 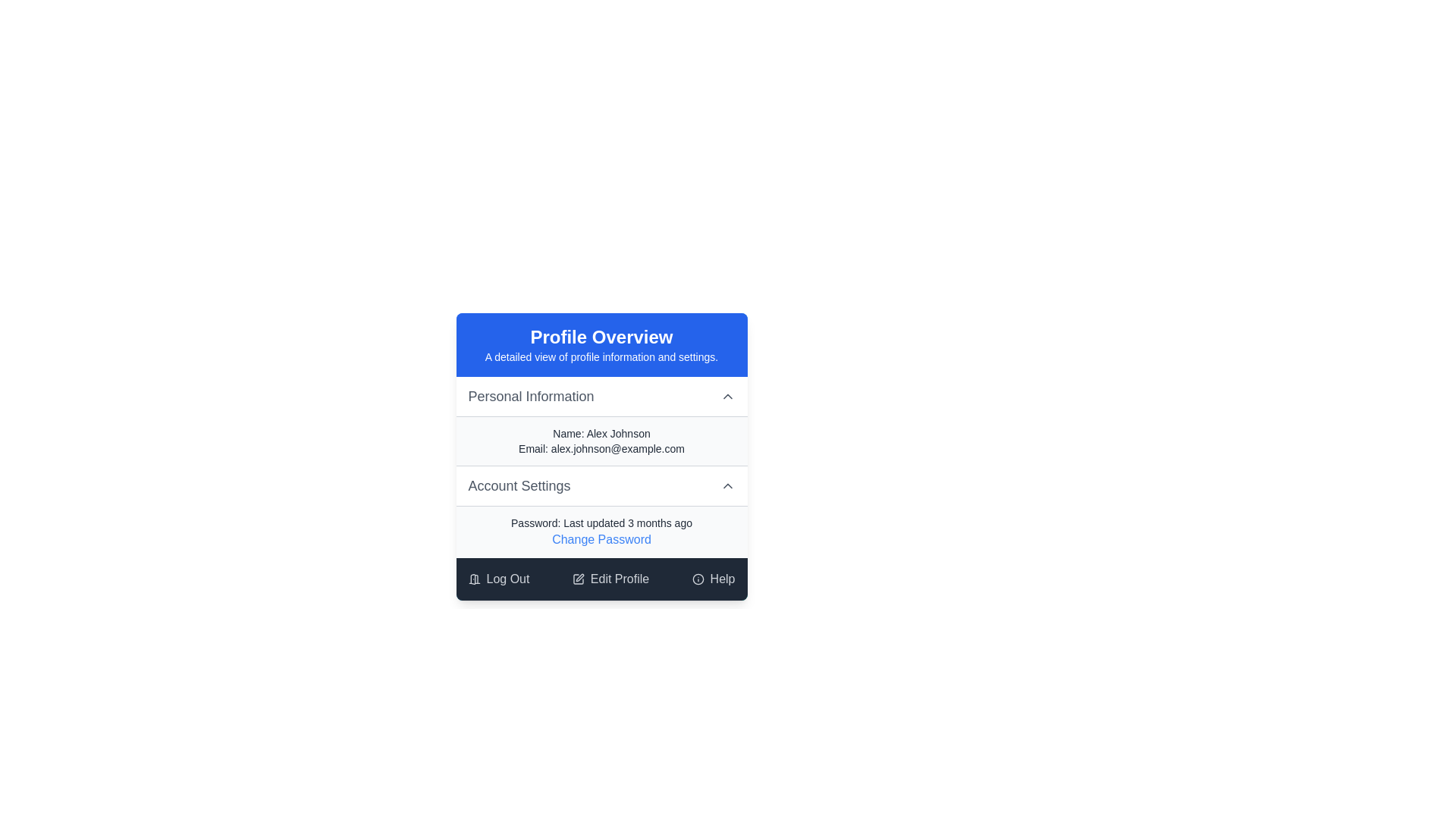 I want to click on the Header element titled 'Profile Overview' which has a blue background and contains the subtitle 'A detailed view of profile information and settings.', so click(x=601, y=345).